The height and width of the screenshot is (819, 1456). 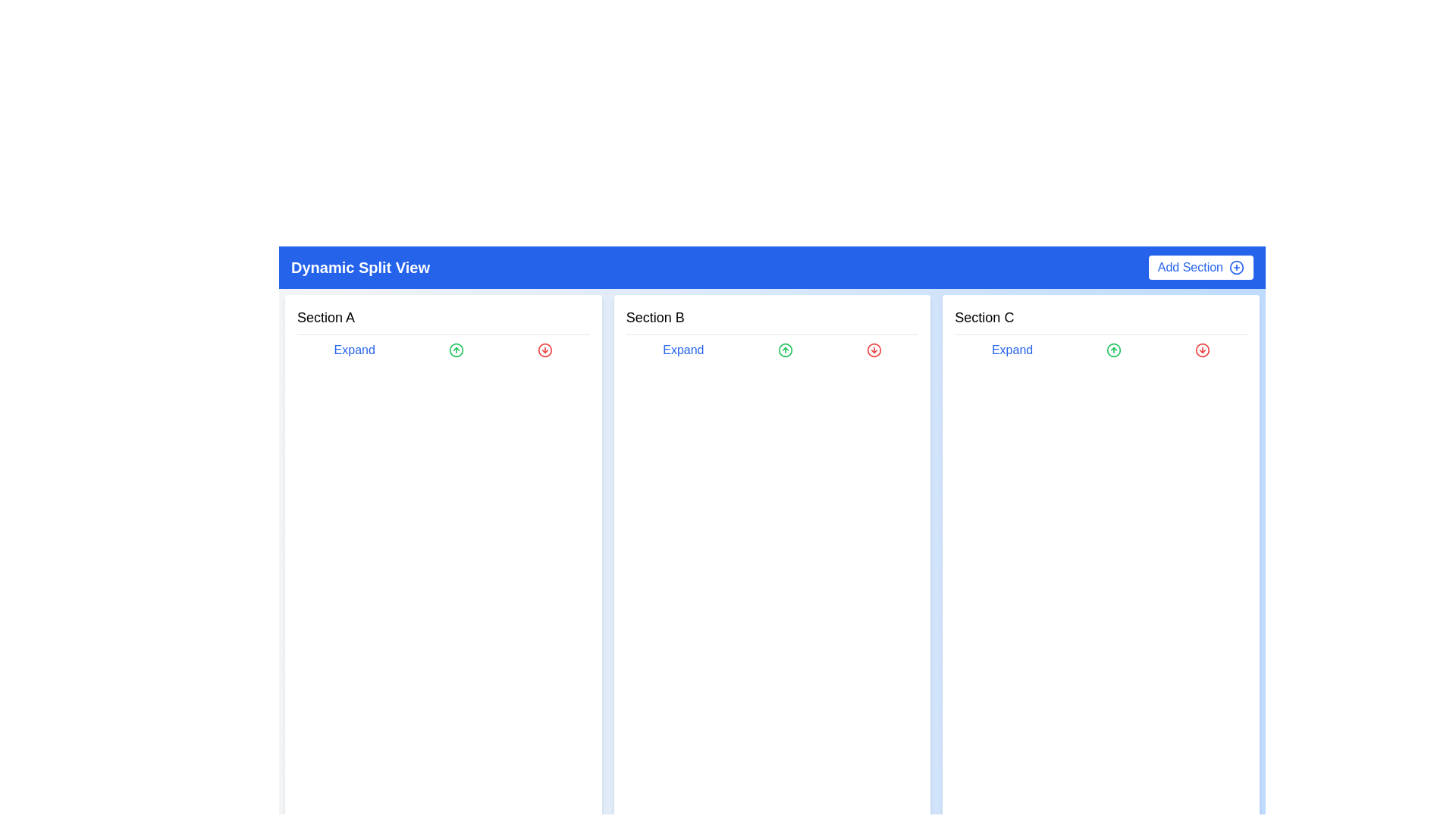 What do you see at coordinates (1114, 350) in the screenshot?
I see `the green circular icon with an upward arrow located in 'Section C', near the top and horizontally centered in its column, adjacent to a red circular icon and next to an 'Expand' label` at bounding box center [1114, 350].